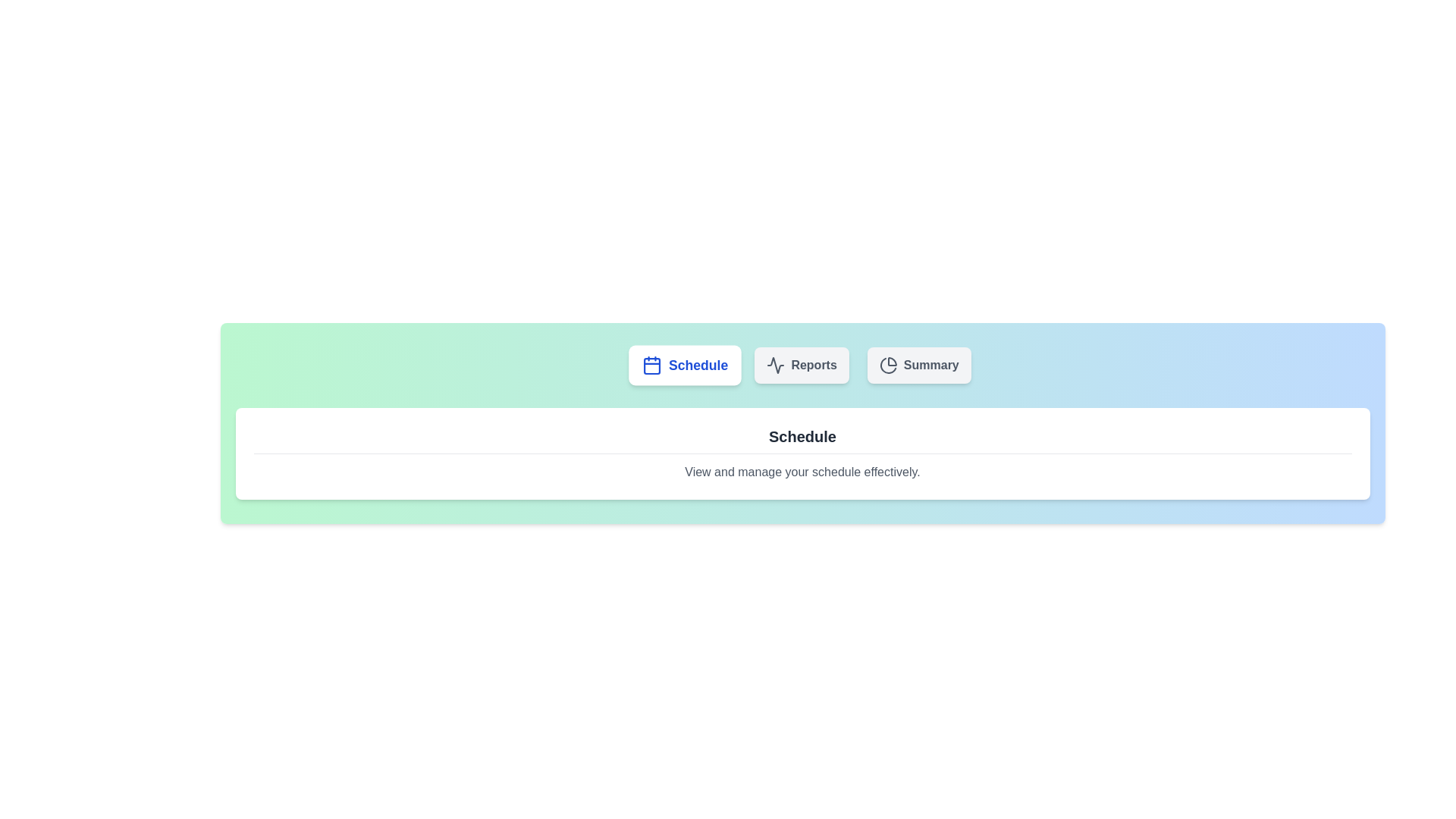 This screenshot has width=1456, height=819. Describe the element at coordinates (918, 366) in the screenshot. I see `the Summary button to switch to the corresponding tab` at that location.